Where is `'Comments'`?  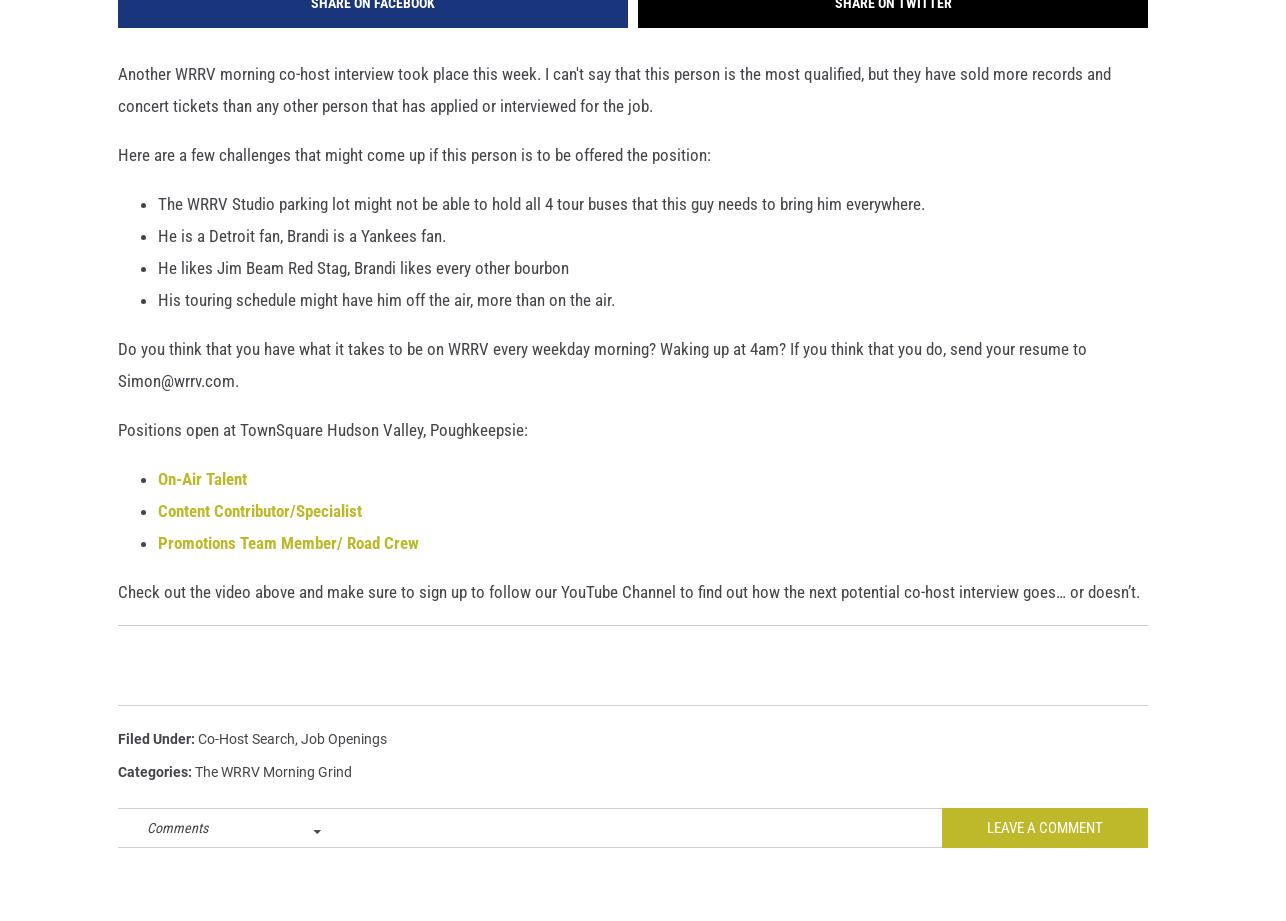
'Comments' is located at coordinates (177, 859).